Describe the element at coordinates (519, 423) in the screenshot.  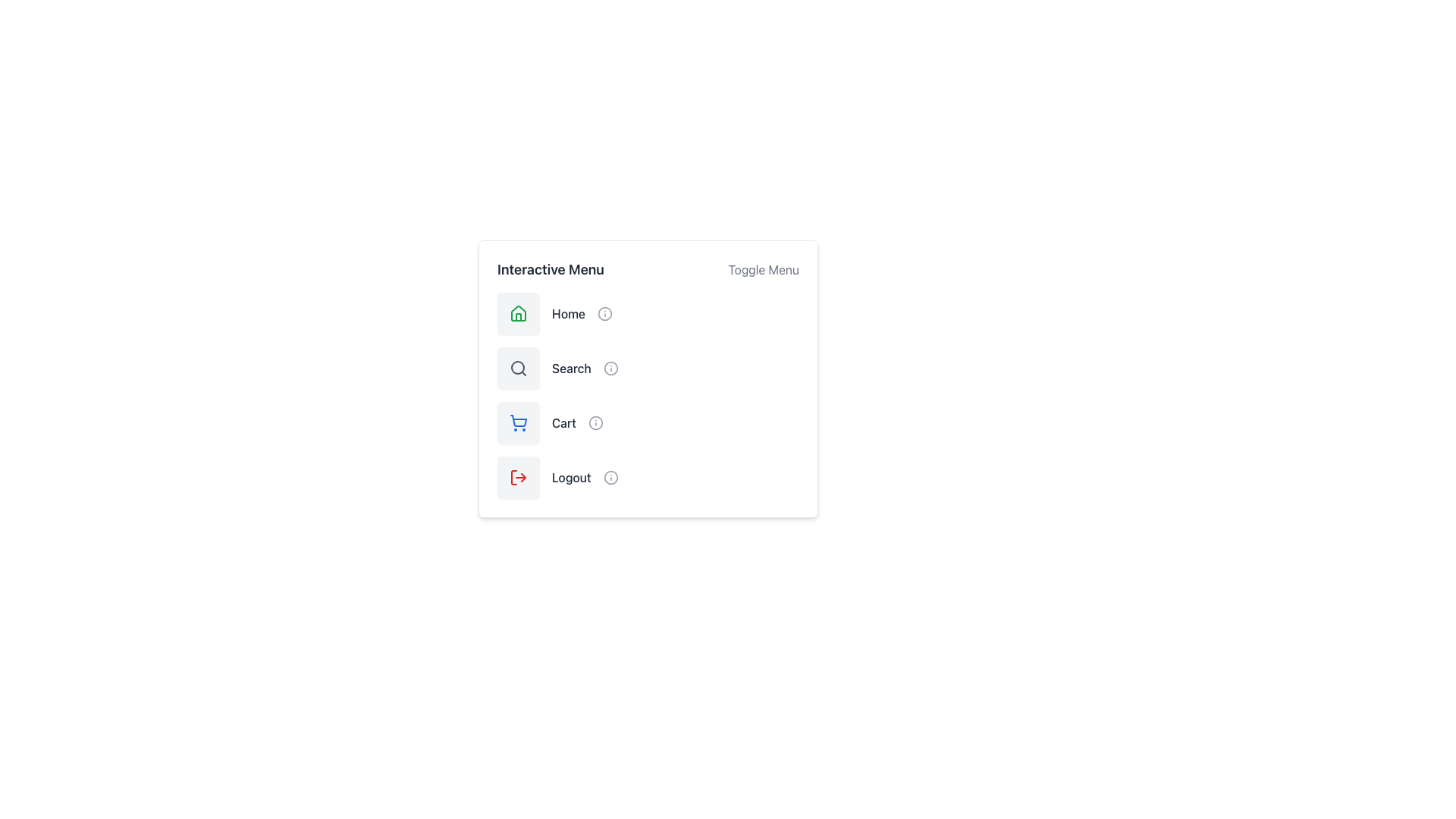
I see `the shopping cart icon, which is the third item in the vertical list of icons in the 'Interactive Menu' card, positioned between the 'Search' and 'Logout' options` at that location.